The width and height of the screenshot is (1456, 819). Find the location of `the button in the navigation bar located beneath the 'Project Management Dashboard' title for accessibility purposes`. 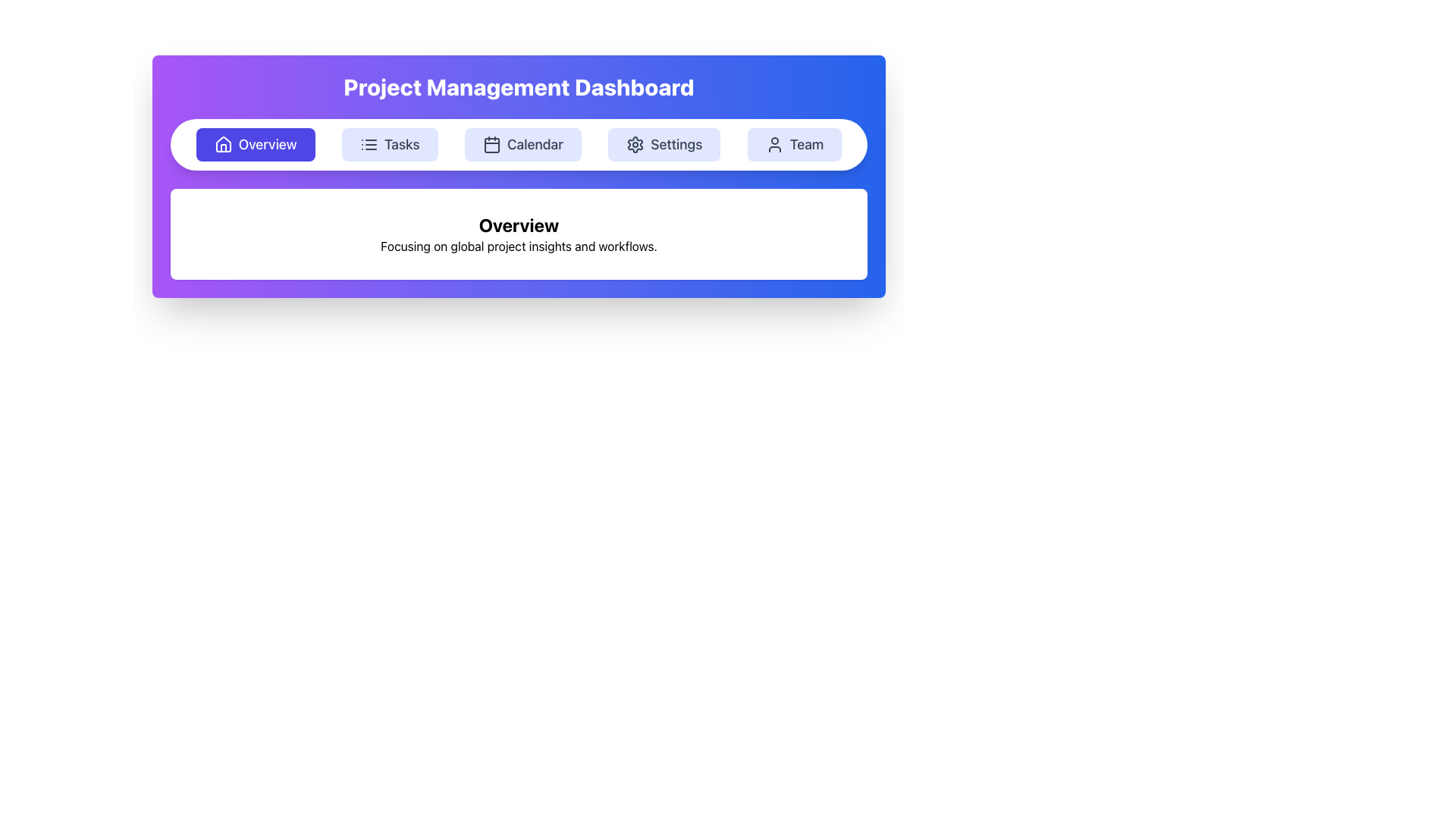

the button in the navigation bar located beneath the 'Project Management Dashboard' title for accessibility purposes is located at coordinates (519, 145).